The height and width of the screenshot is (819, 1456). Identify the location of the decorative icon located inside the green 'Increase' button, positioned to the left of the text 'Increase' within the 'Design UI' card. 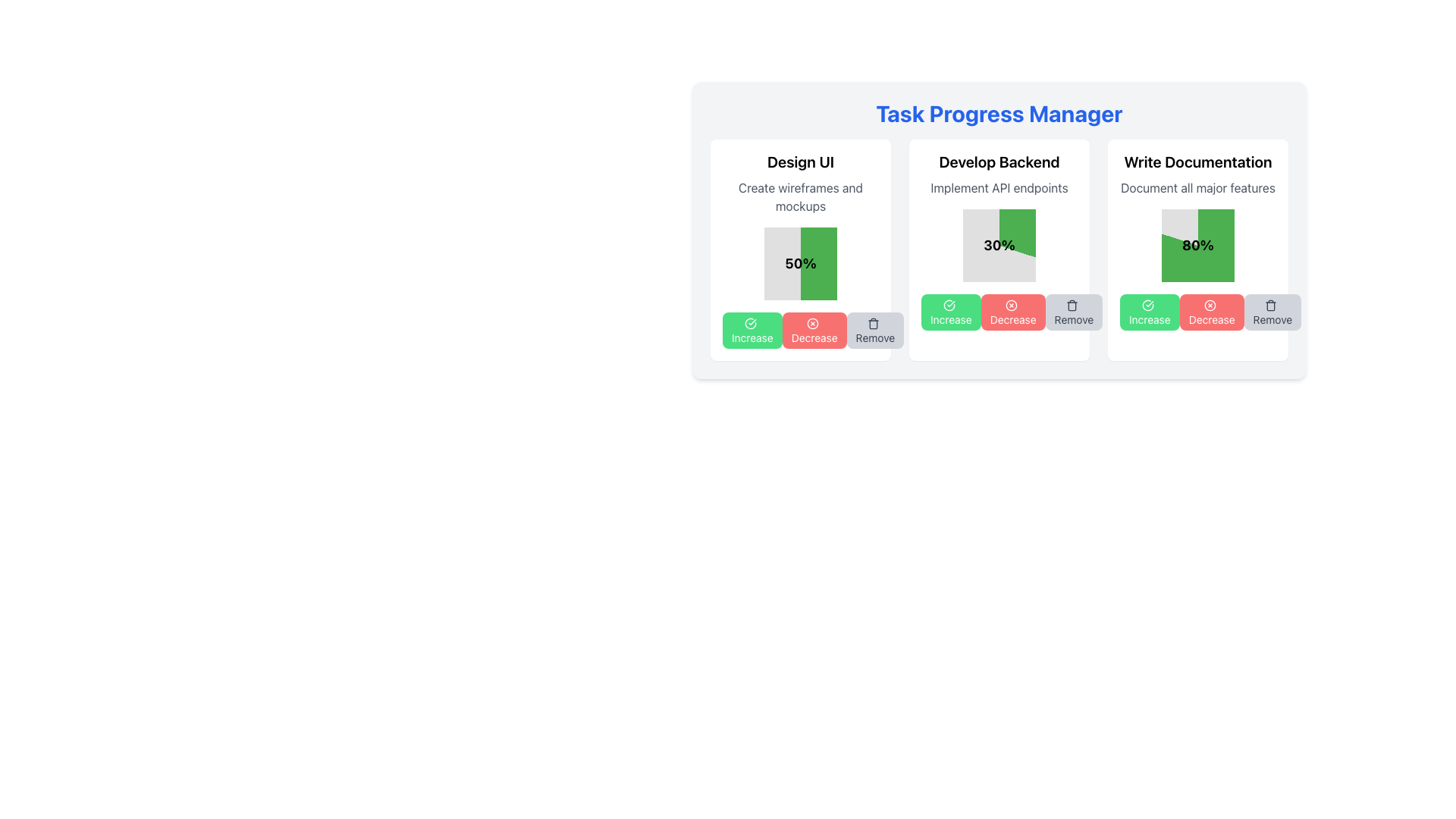
(751, 323).